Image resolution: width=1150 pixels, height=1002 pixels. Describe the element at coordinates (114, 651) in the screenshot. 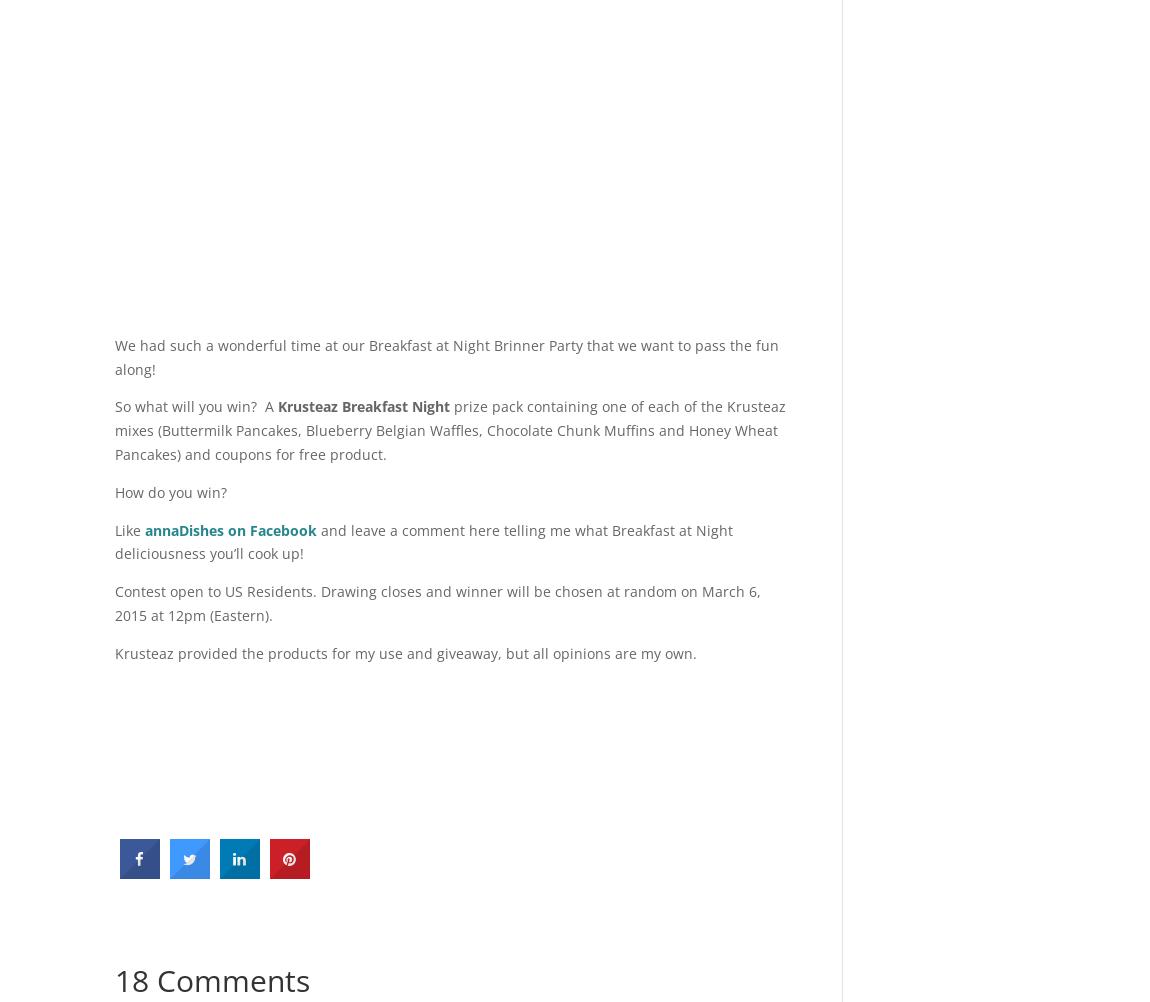

I see `'Krusteaz provided the products for my use and giveaway, but all opinions are my own.'` at that location.